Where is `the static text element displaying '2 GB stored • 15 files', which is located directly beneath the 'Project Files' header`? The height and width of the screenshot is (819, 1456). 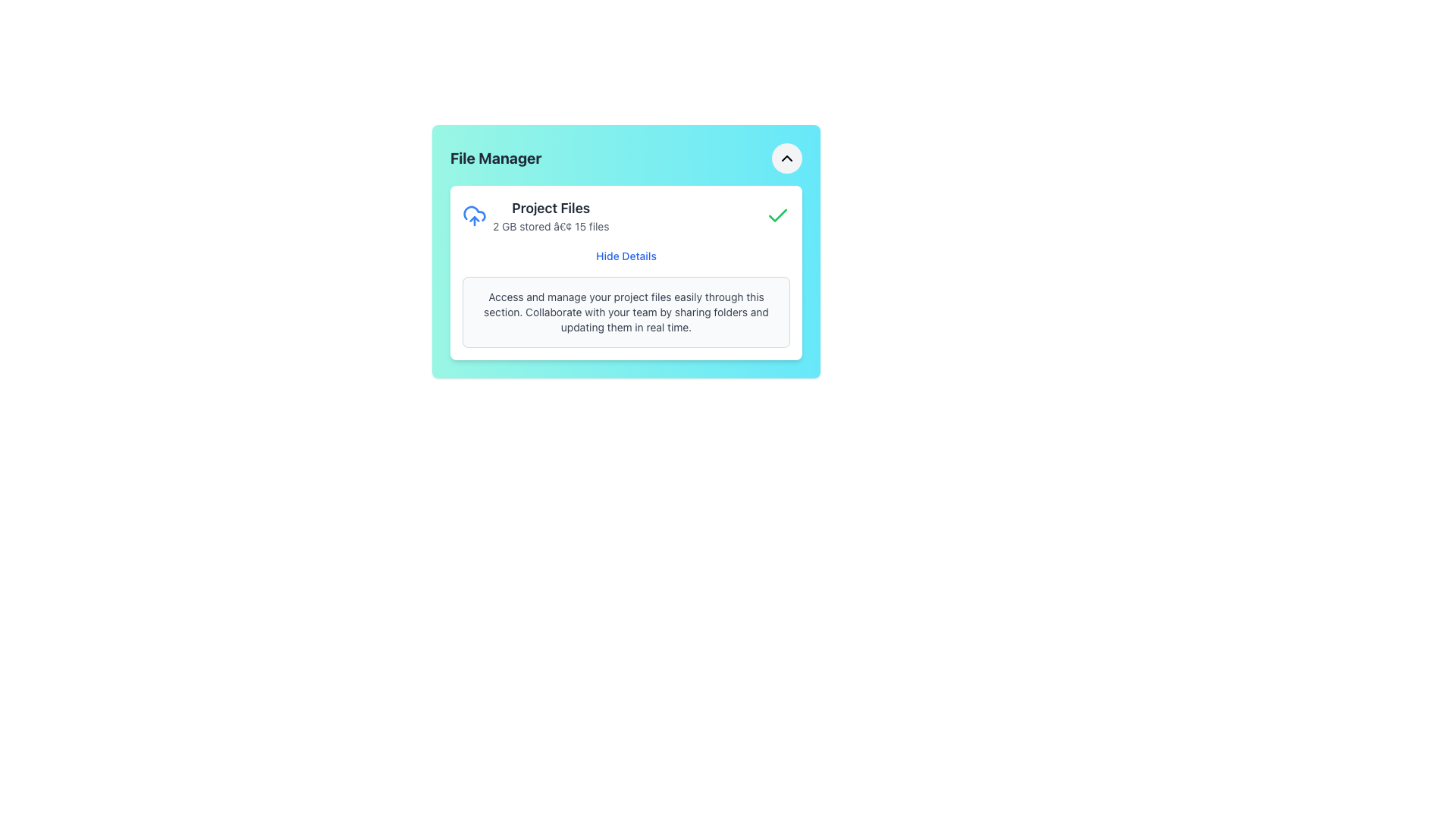
the static text element displaying '2 GB stored • 15 files', which is located directly beneath the 'Project Files' header is located at coordinates (550, 227).